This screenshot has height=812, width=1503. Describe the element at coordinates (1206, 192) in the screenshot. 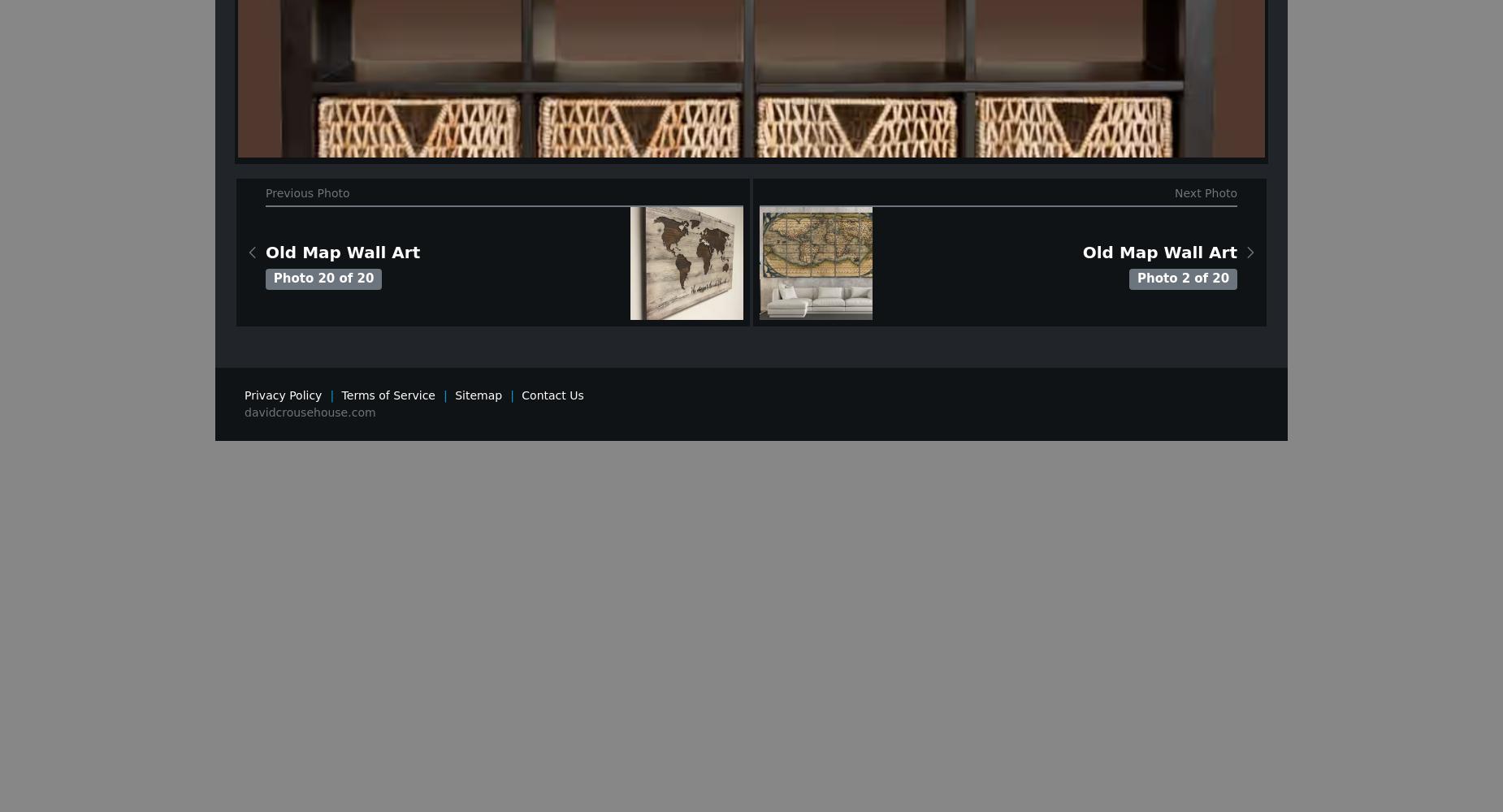

I see `'Next Photo'` at that location.